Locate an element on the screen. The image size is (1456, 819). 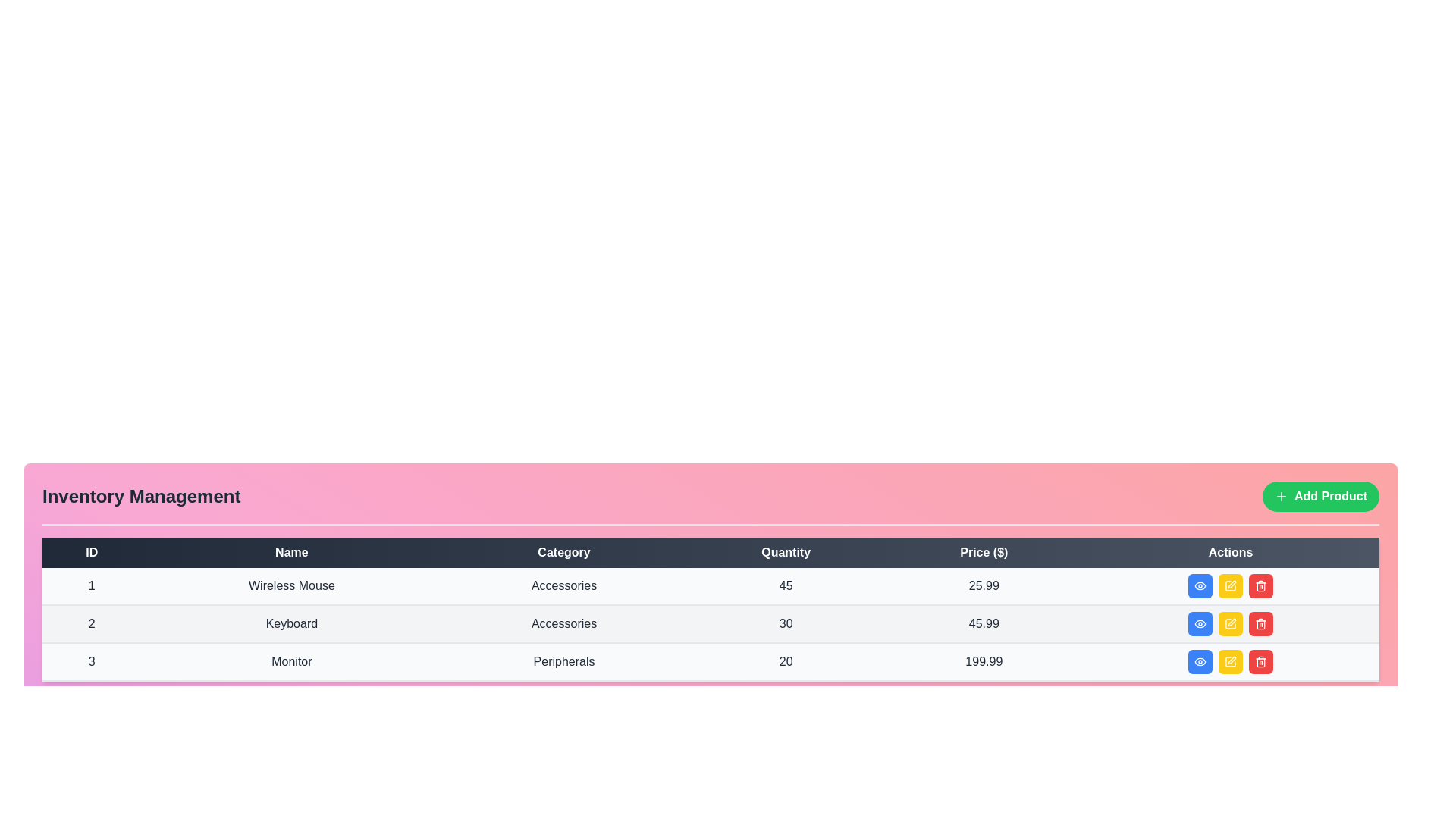
the icon button in the third row of the 'Actions' column is located at coordinates (1200, 661).